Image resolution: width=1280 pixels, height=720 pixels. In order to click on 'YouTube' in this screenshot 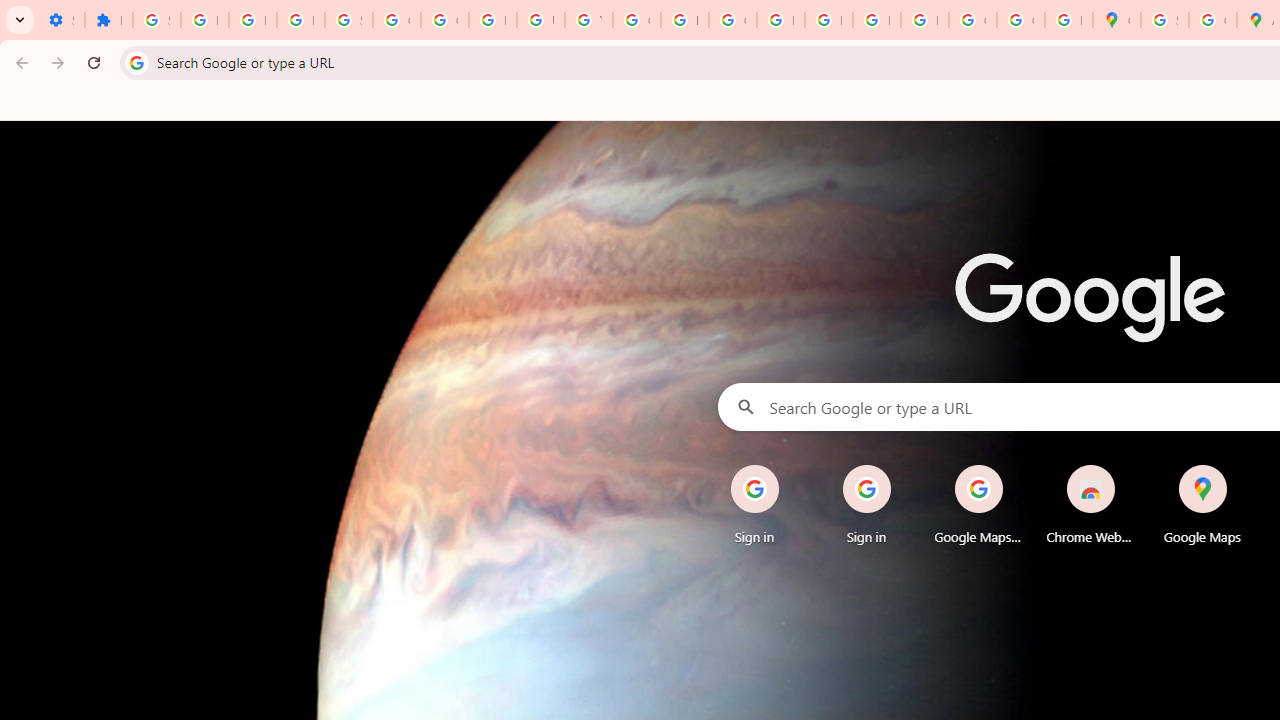, I will do `click(587, 20)`.